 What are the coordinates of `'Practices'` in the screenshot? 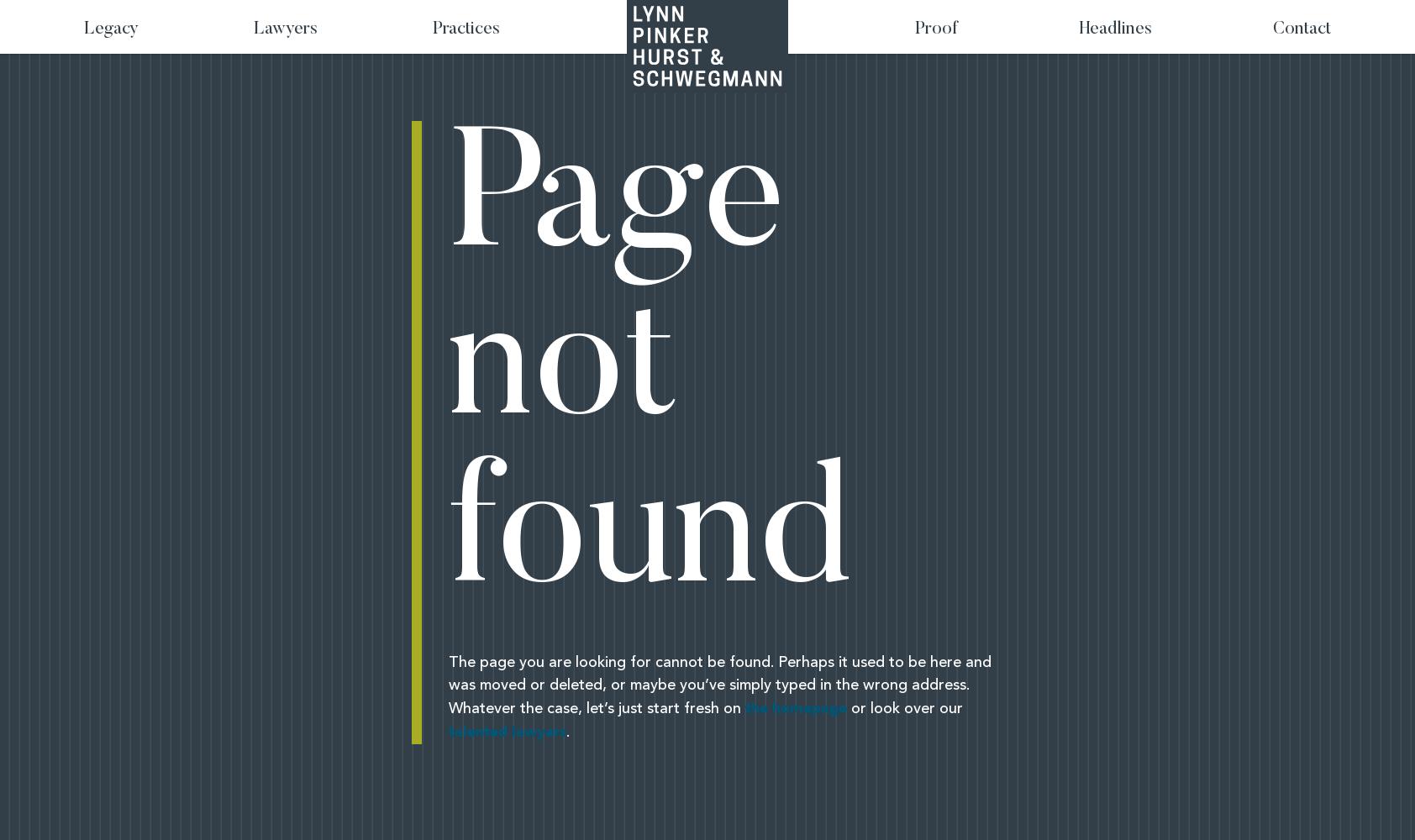 It's located at (465, 29).